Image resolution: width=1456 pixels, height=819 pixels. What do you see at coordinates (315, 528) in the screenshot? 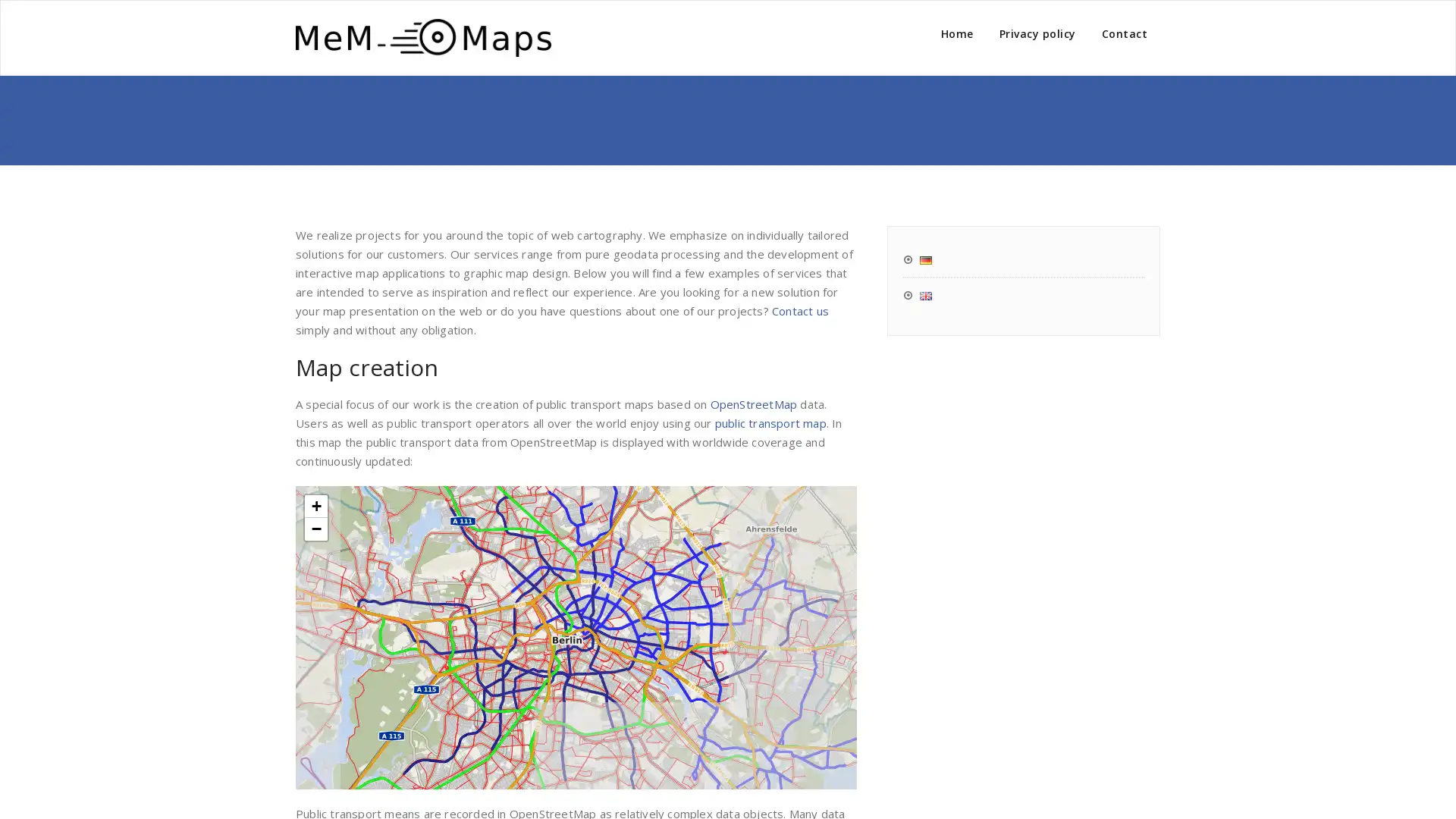
I see `Zoom out` at bounding box center [315, 528].